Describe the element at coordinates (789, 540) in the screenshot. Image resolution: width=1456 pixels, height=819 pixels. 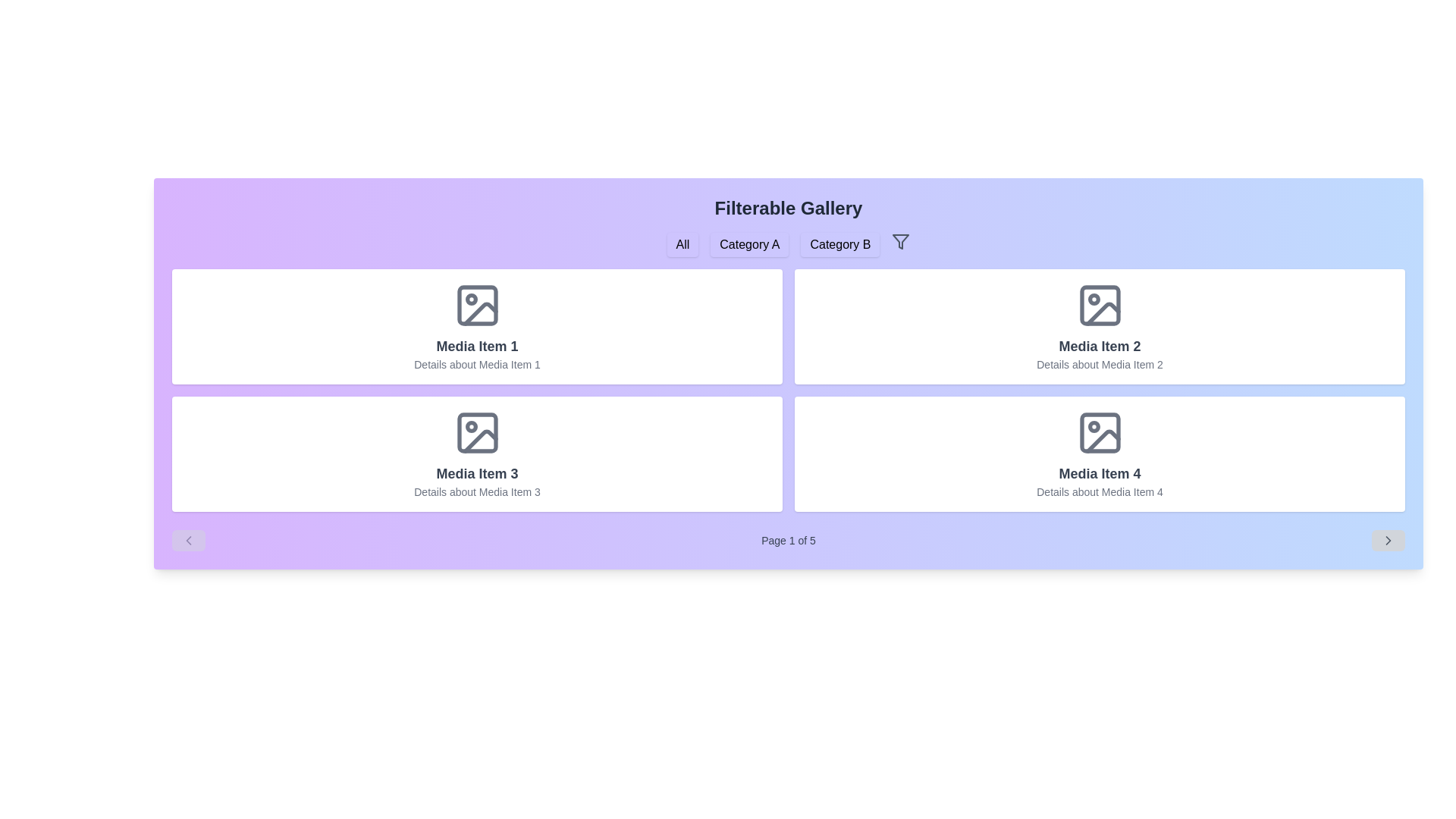
I see `the static text label that indicates the current page number and total number of pages, located centrally between the navigation buttons` at that location.